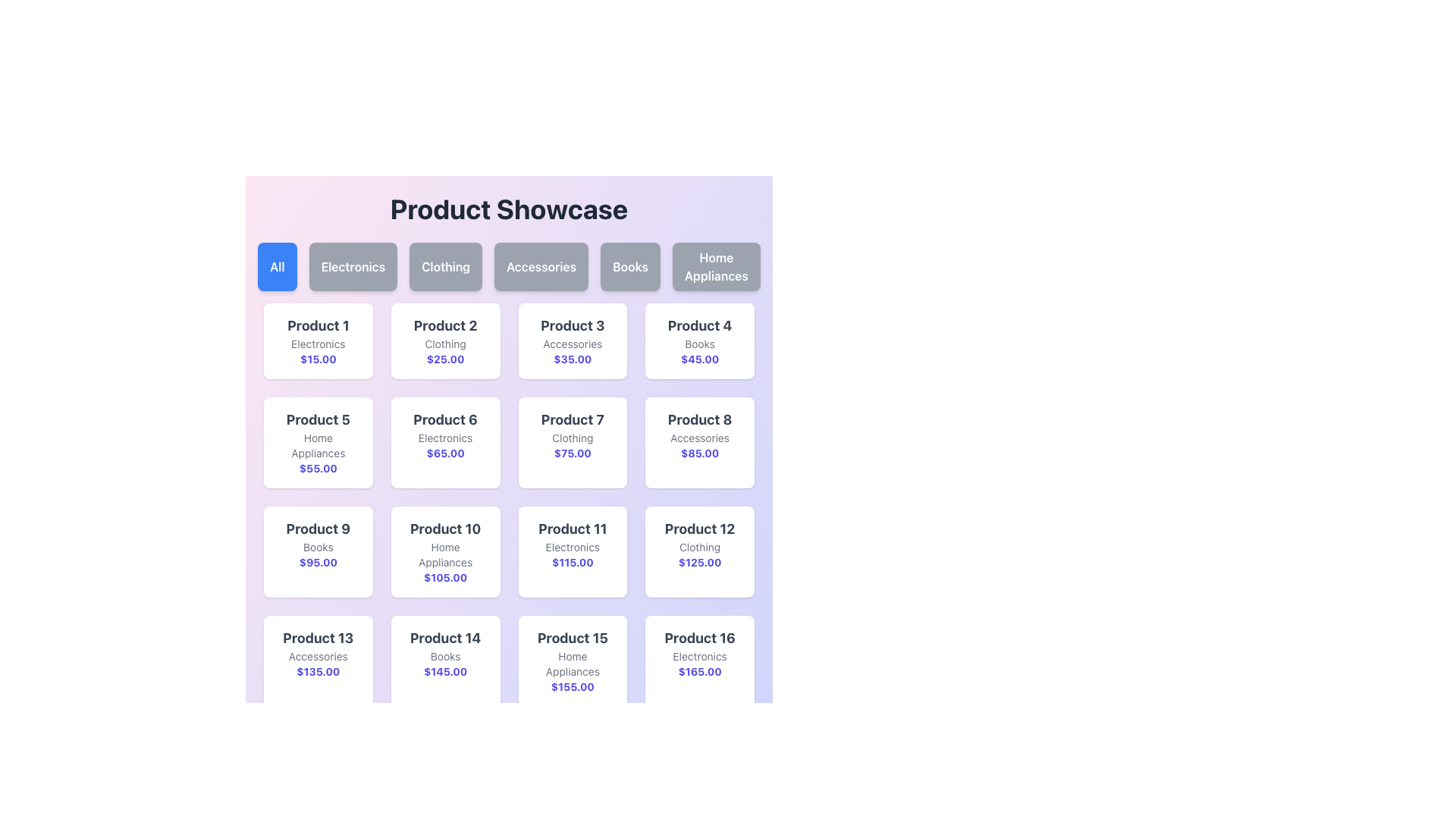 This screenshot has height=819, width=1456. Describe the element at coordinates (572, 420) in the screenshot. I see `the text label for 'Product 7', which is positioned above 'Clothing' and '$75.00' in the middle row, third column of the grid` at that location.